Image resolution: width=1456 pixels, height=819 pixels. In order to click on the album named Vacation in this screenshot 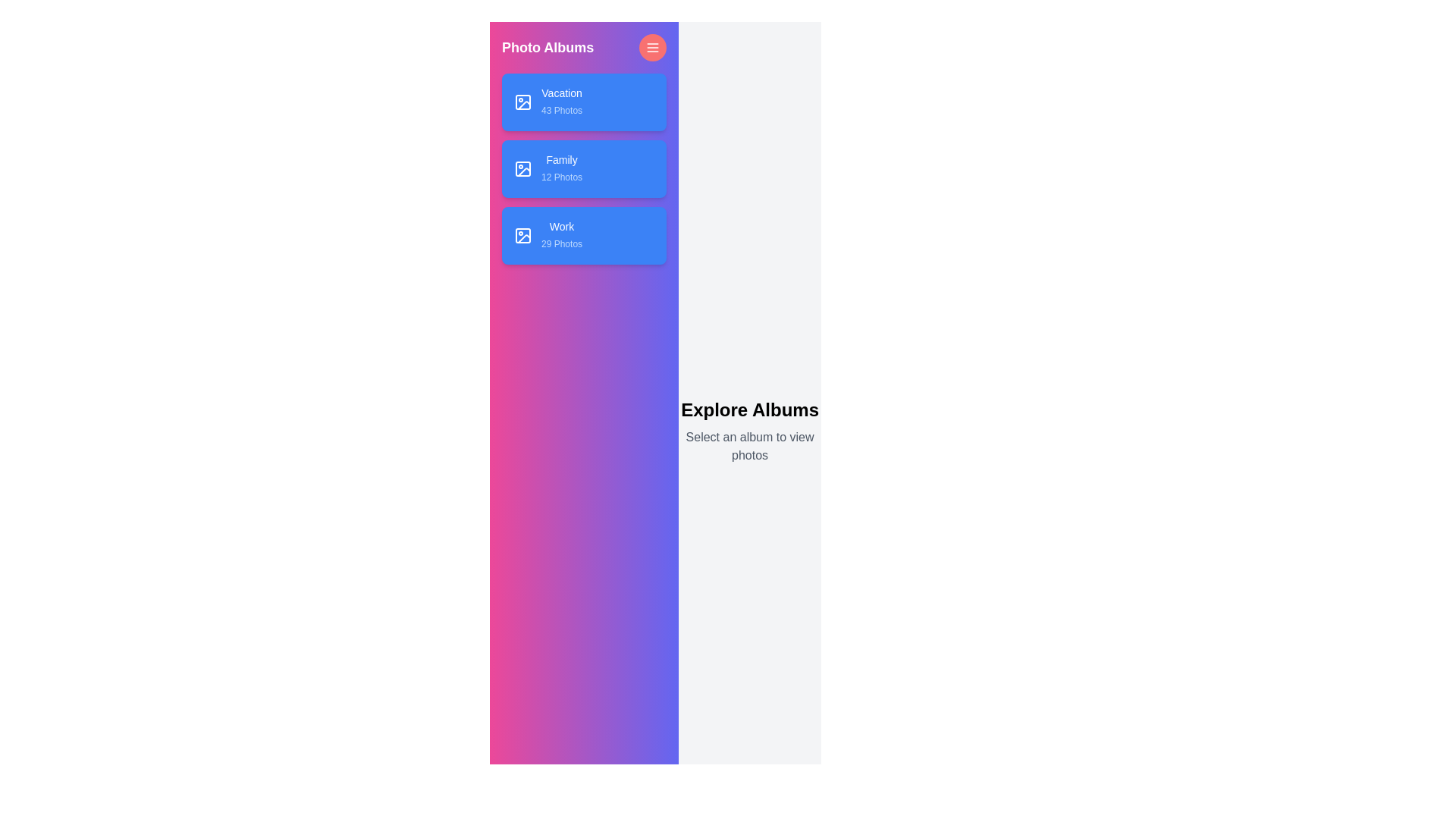, I will do `click(583, 102)`.